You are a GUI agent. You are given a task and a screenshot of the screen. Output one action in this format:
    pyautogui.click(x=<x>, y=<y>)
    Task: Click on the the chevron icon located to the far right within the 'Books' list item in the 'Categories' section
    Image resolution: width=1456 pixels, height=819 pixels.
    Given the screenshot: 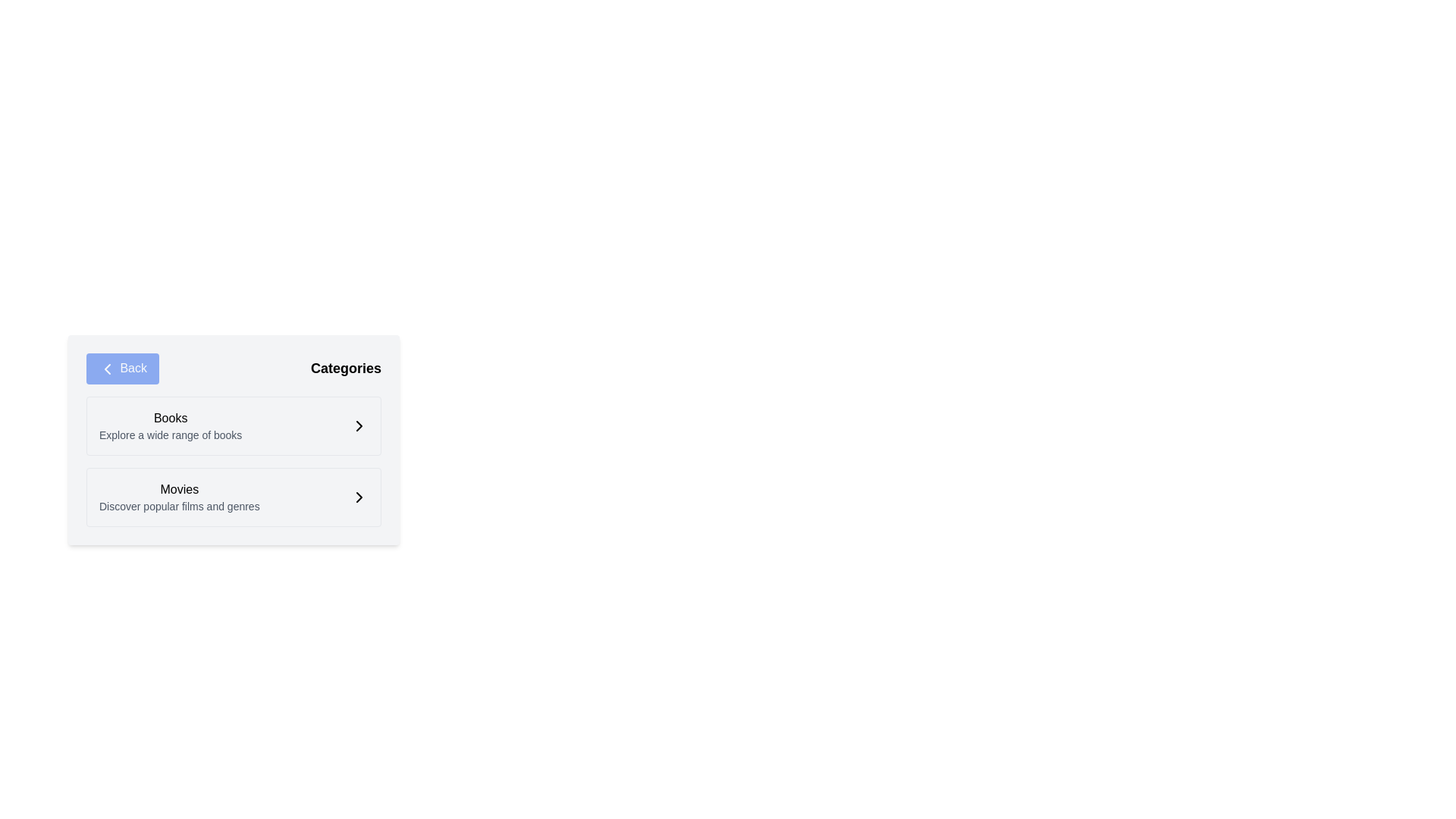 What is the action you would take?
    pyautogui.click(x=359, y=425)
    